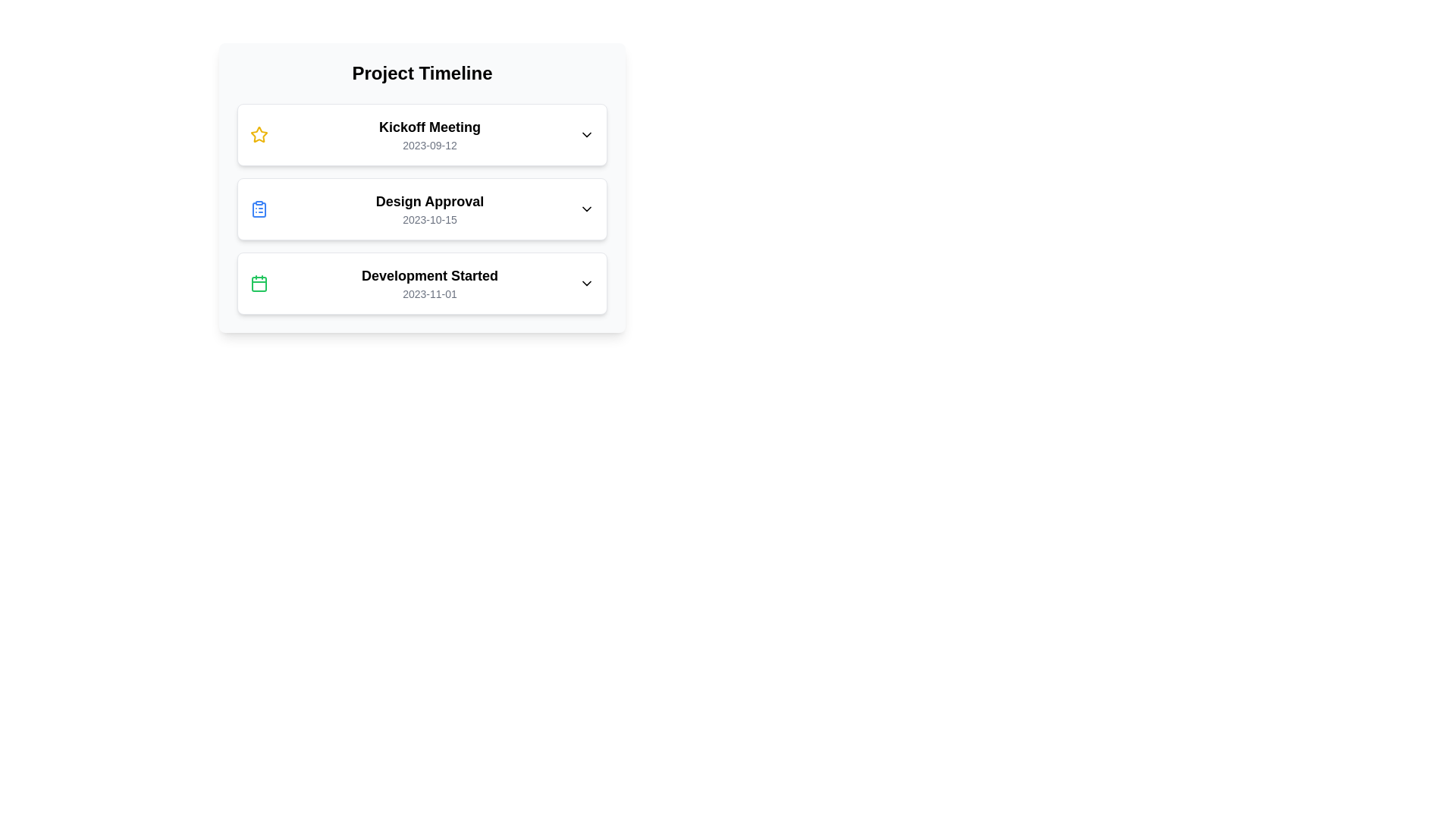 The width and height of the screenshot is (1456, 819). I want to click on the static text element that indicates the date for the 'Kickoff Meeting' entry, located under the 'Project Timeline' header, so click(428, 146).